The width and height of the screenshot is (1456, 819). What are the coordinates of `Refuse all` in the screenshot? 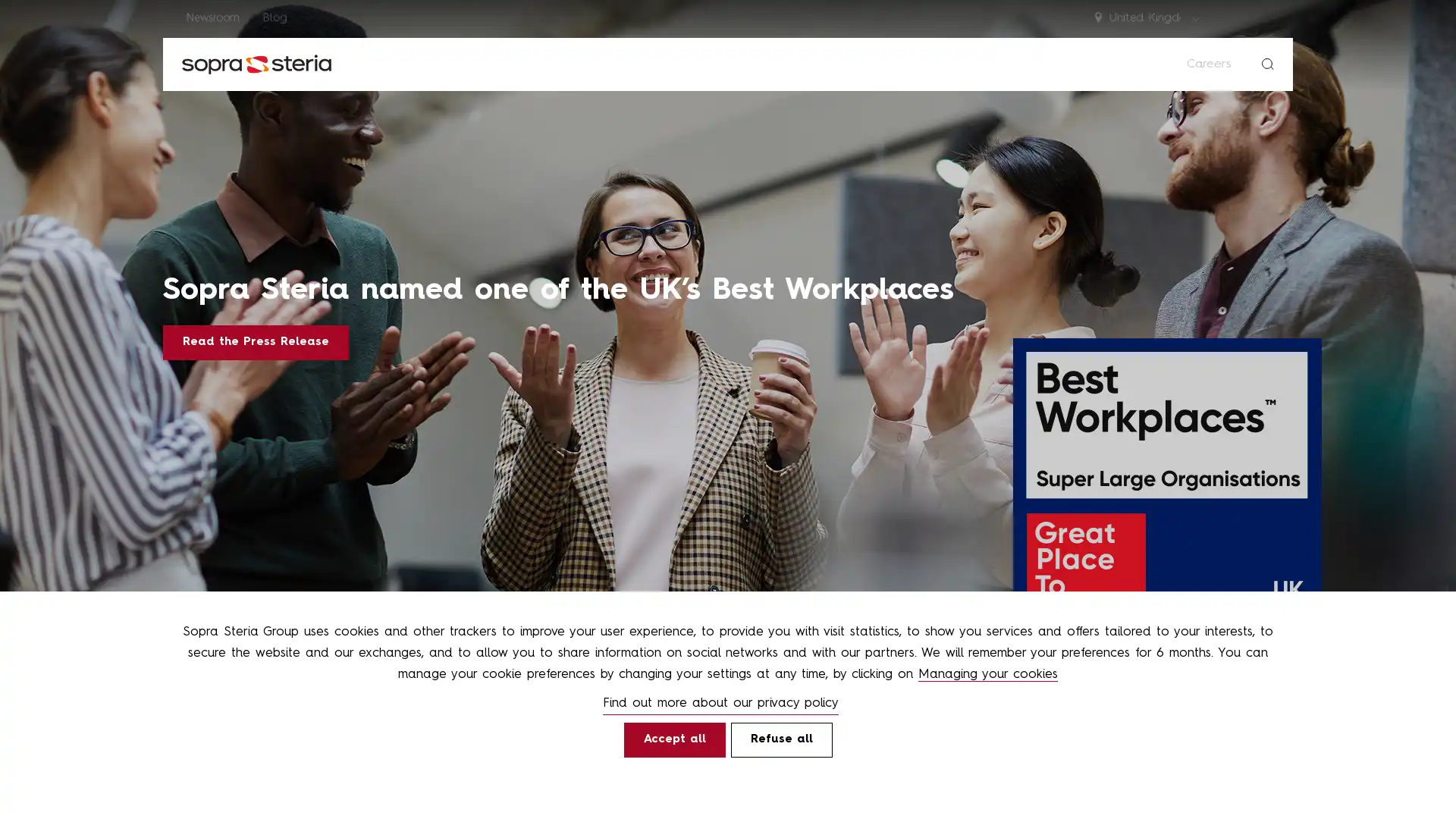 It's located at (781, 739).